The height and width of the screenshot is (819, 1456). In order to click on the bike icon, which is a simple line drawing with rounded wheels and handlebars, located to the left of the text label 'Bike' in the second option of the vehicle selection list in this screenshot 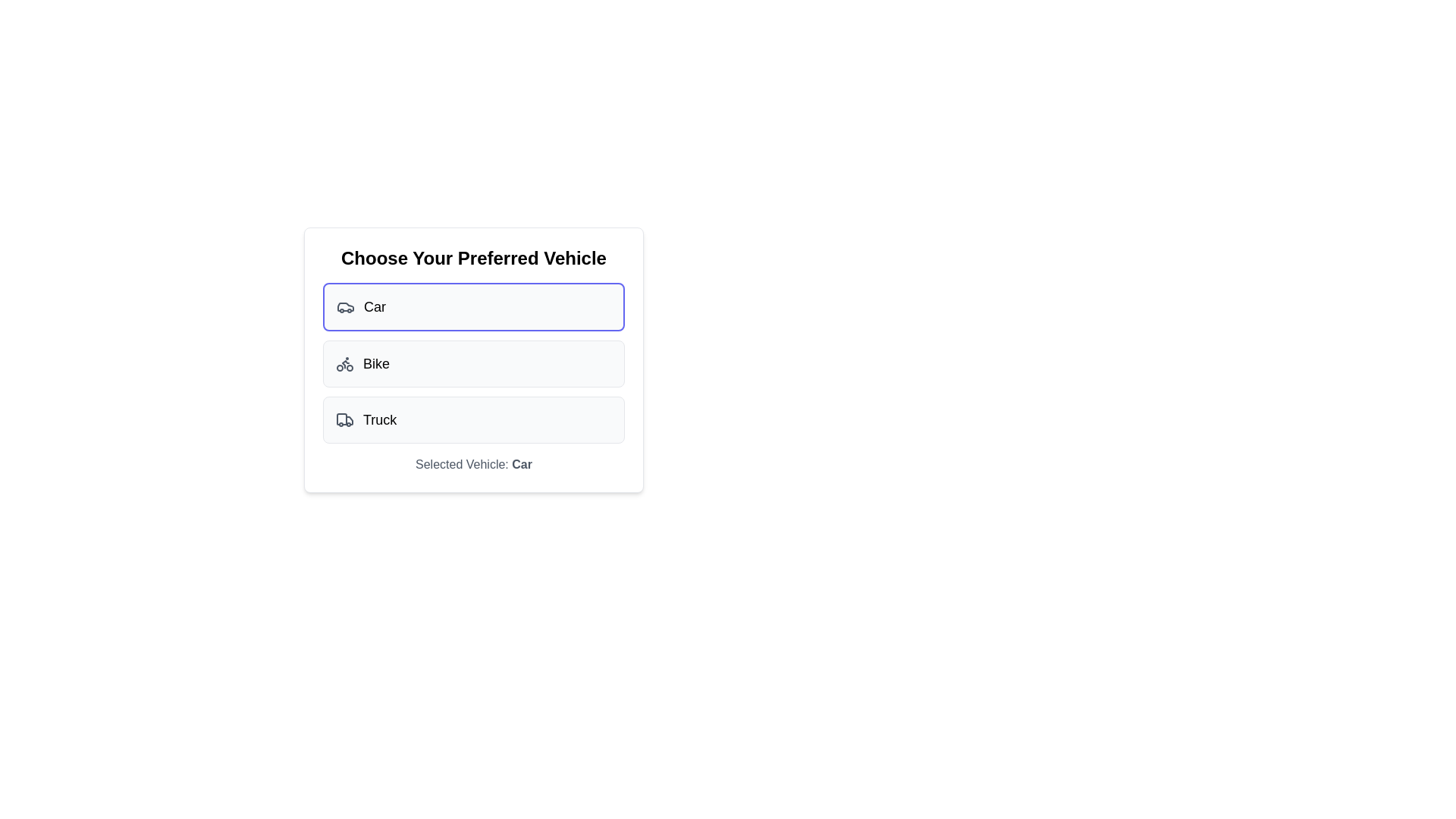, I will do `click(344, 363)`.